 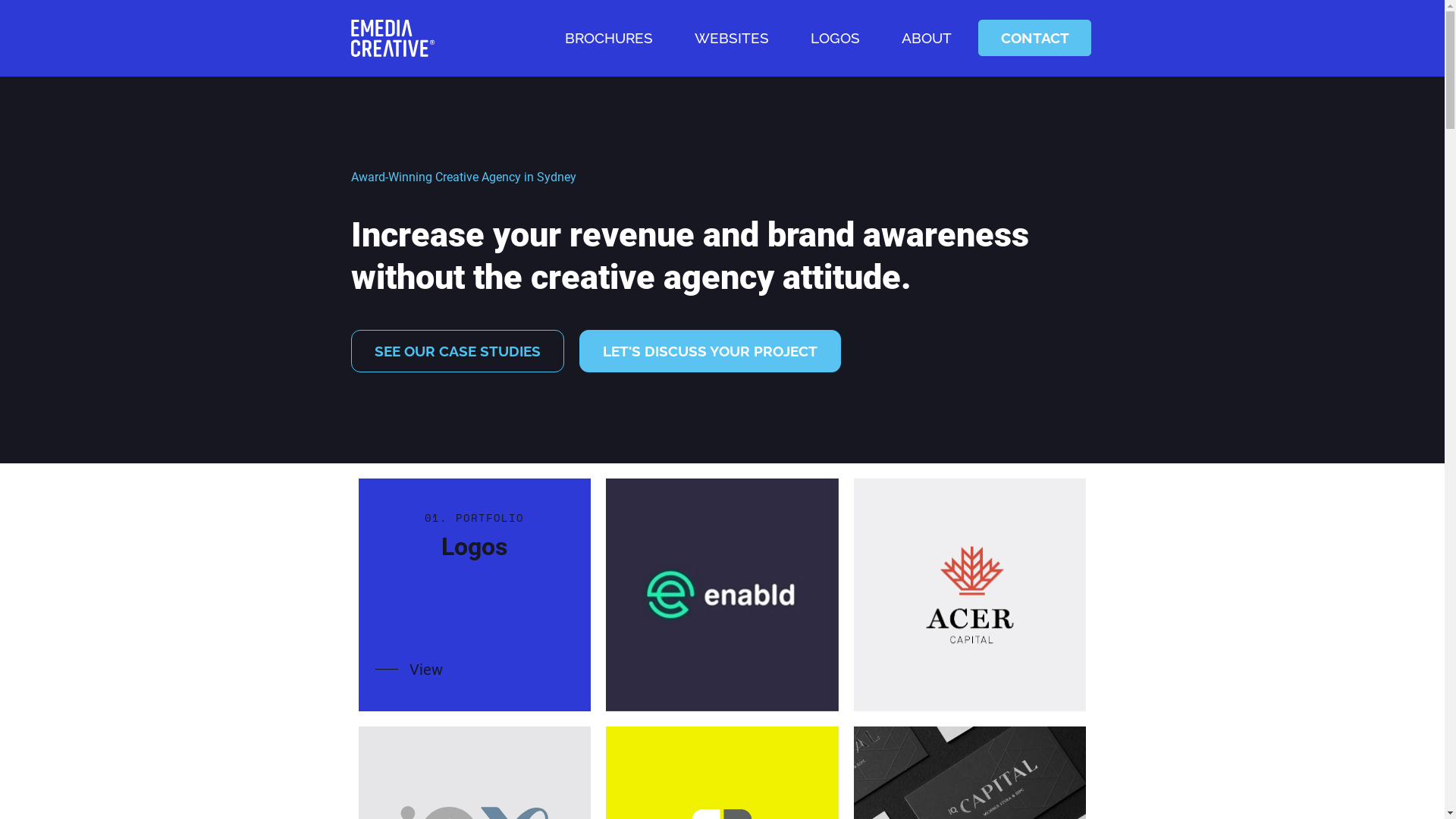 What do you see at coordinates (548, 37) in the screenshot?
I see `'BROCHURES'` at bounding box center [548, 37].